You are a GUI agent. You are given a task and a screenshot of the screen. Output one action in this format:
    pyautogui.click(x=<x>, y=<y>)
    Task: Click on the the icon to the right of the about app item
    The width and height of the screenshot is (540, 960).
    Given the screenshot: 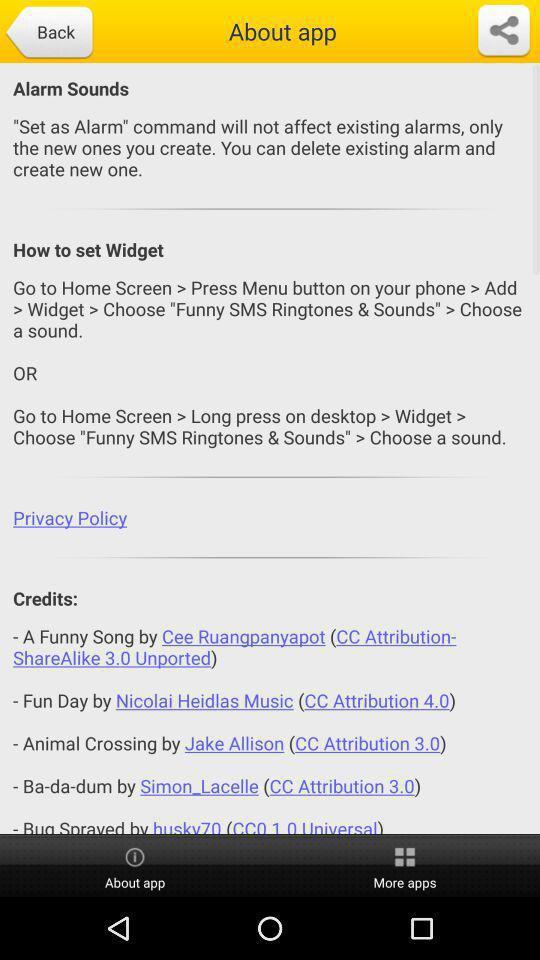 What is the action you would take?
    pyautogui.click(x=502, y=30)
    